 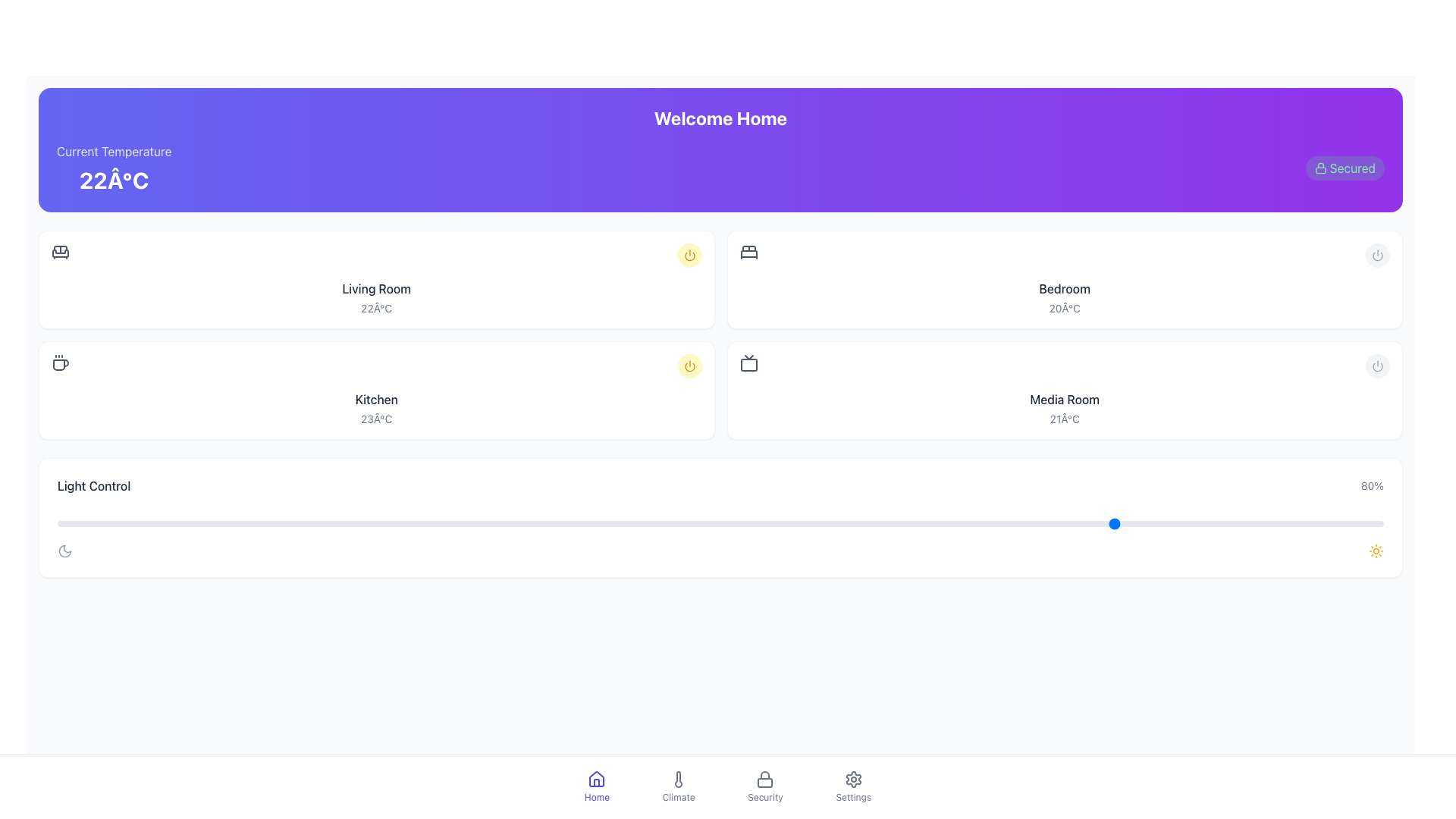 I want to click on the gray icon resembling a double bed located at the top-left corner of the 'Bedroom' card in the grid layout, so click(x=748, y=251).